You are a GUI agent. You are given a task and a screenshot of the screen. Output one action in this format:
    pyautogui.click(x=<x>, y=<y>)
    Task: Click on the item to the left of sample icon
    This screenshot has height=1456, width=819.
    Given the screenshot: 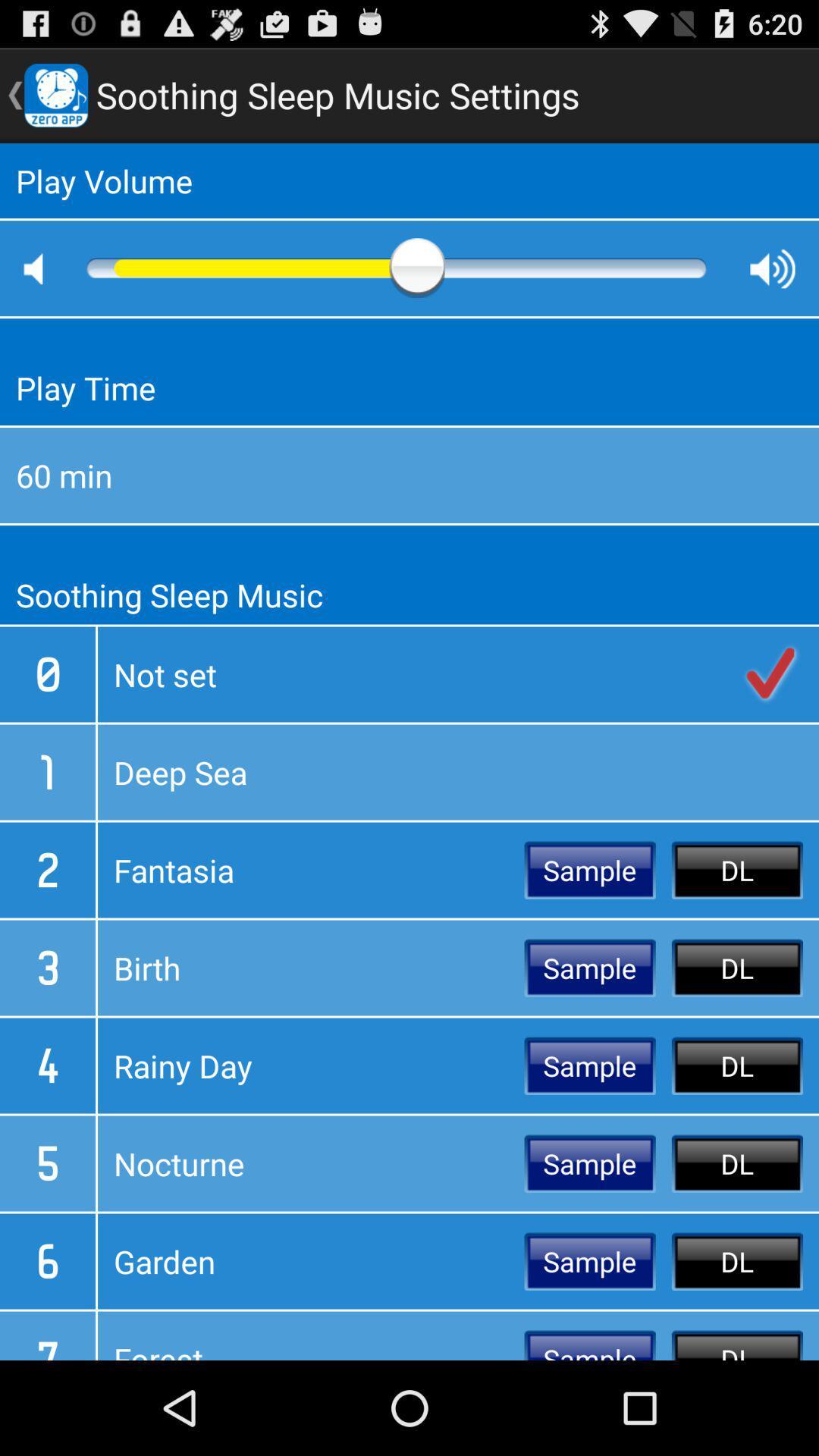 What is the action you would take?
    pyautogui.click(x=310, y=967)
    